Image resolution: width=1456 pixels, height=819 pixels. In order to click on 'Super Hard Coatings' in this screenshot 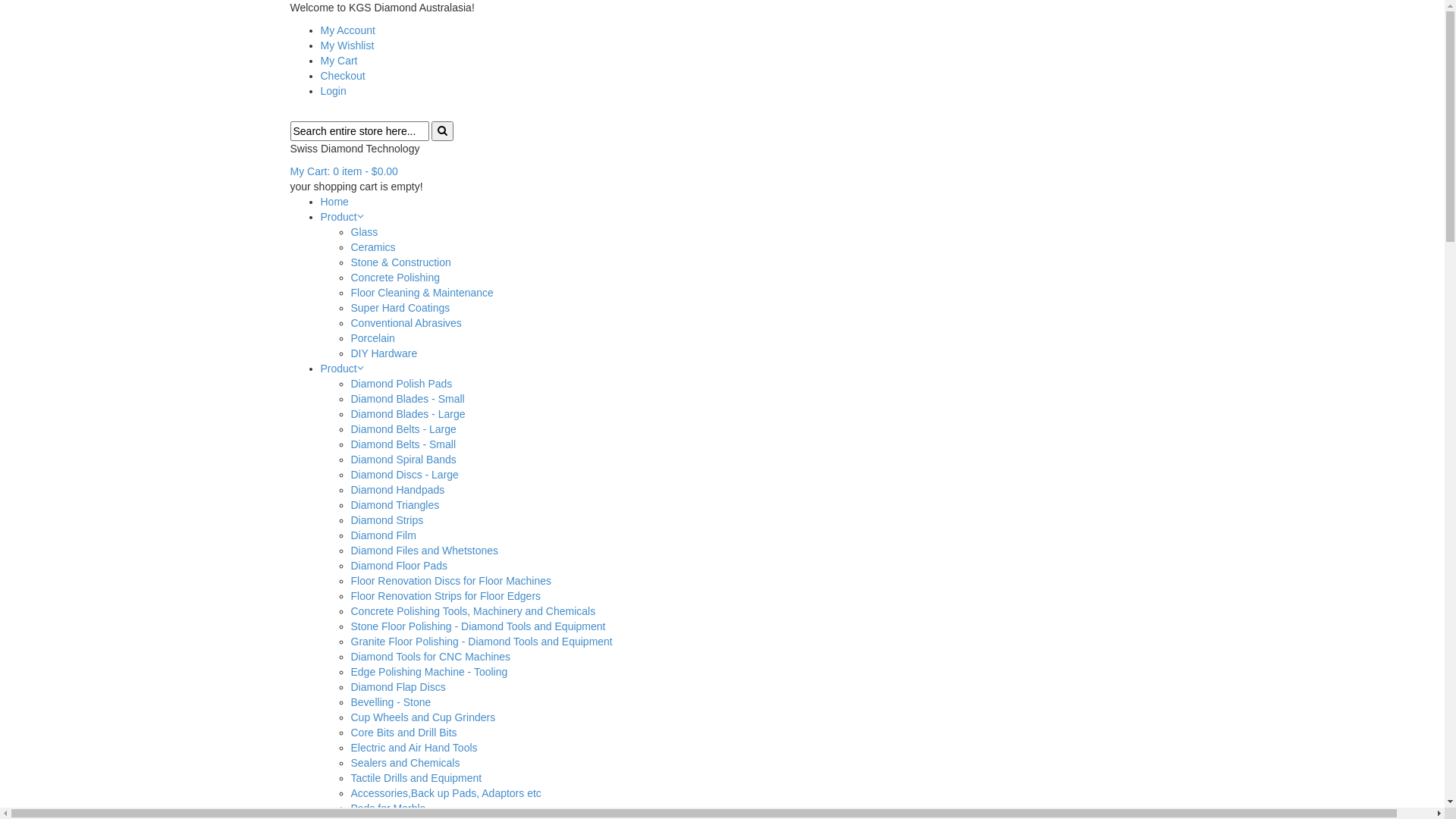, I will do `click(349, 307)`.